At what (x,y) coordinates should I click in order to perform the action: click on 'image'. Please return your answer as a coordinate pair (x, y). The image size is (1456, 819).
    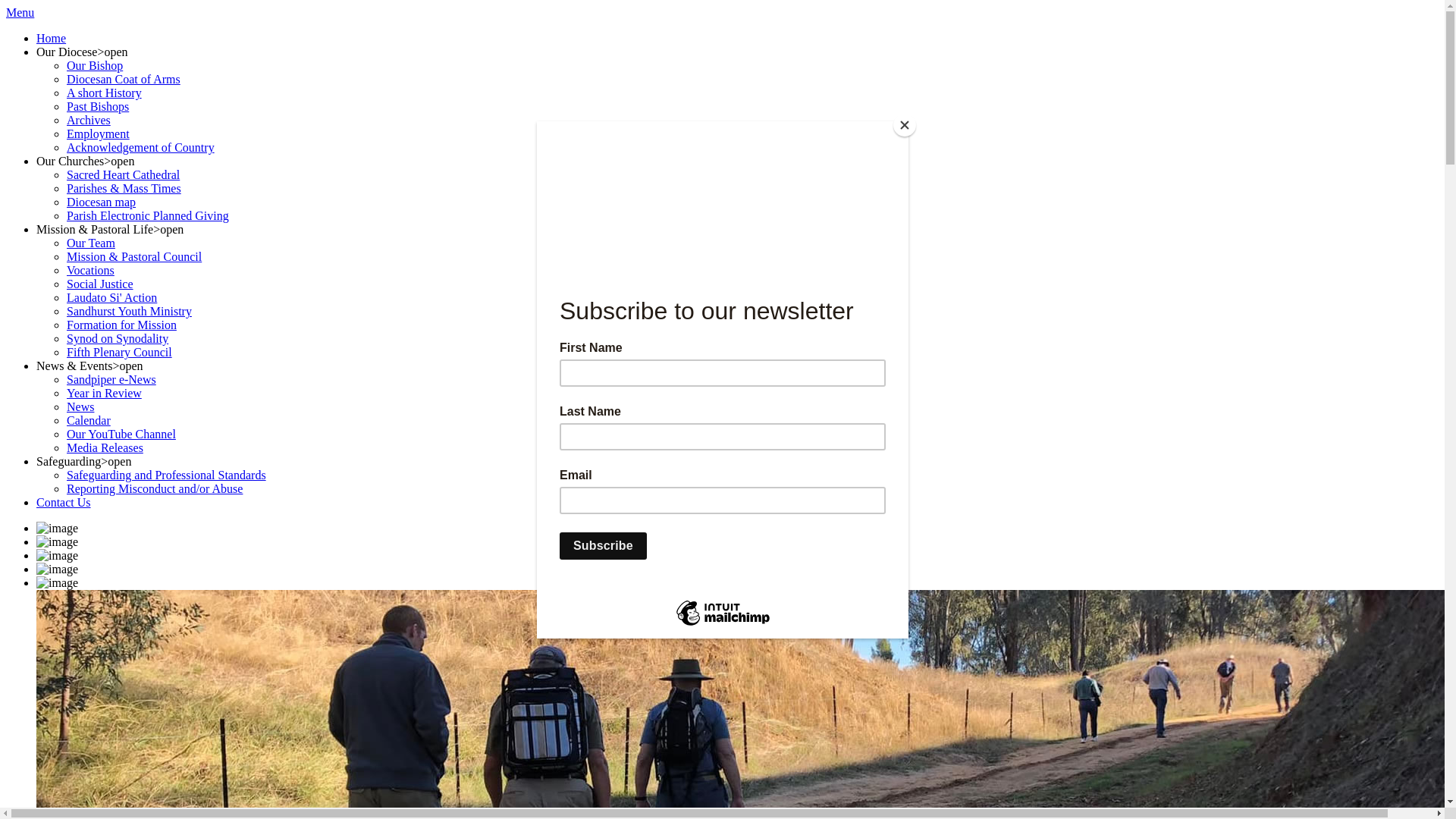
    Looking at the image, I should click on (57, 570).